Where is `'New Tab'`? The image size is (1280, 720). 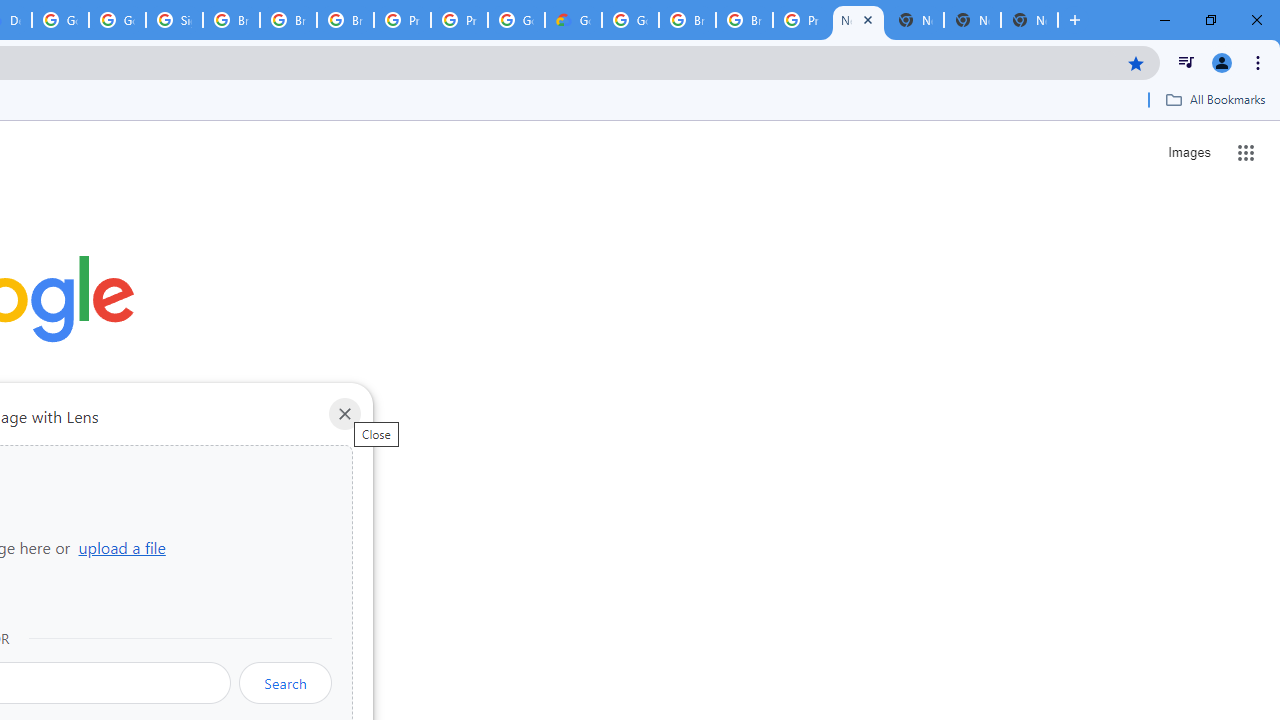
'New Tab' is located at coordinates (858, 20).